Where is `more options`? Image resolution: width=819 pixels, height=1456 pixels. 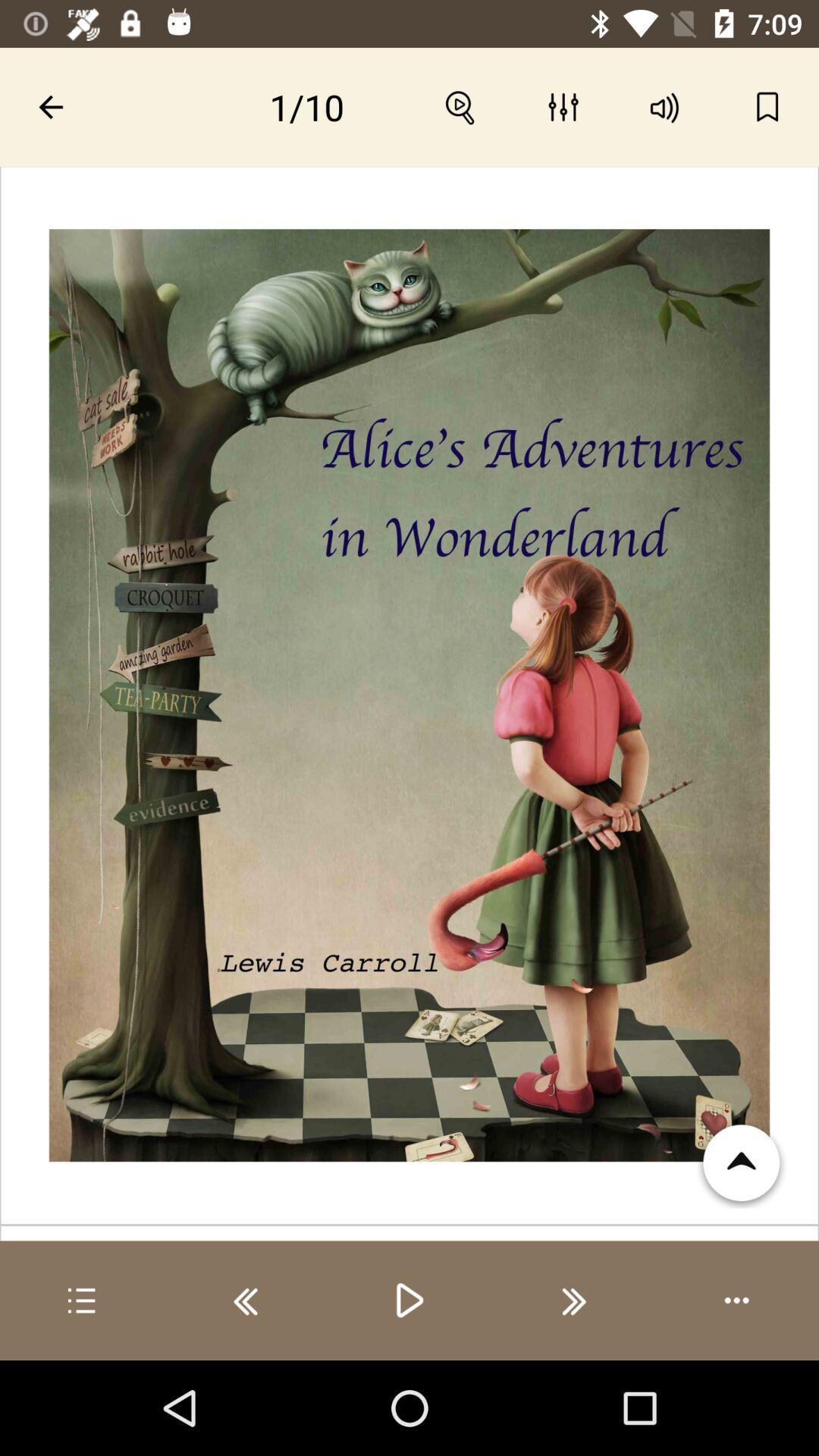 more options is located at coordinates (736, 1300).